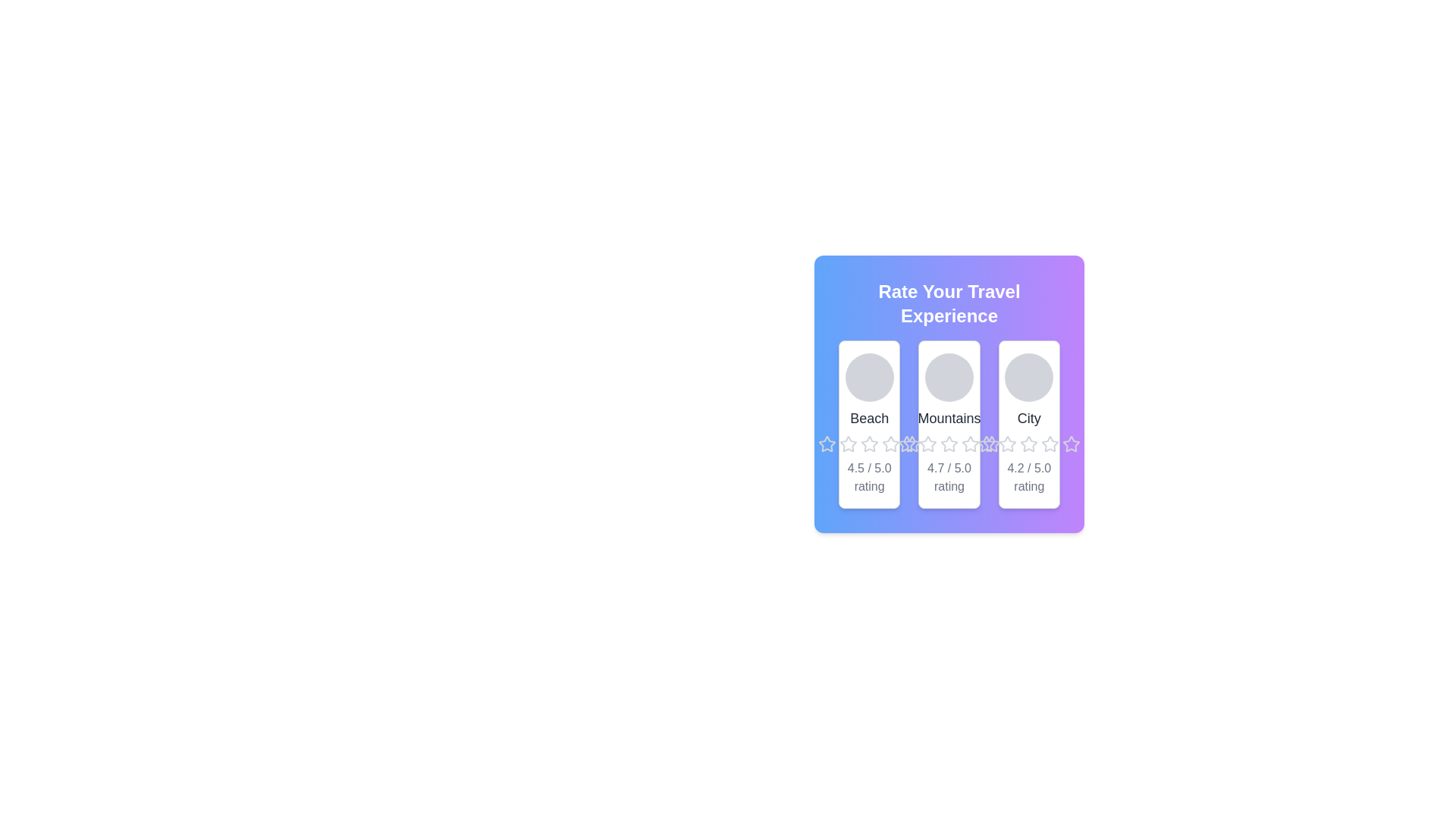 This screenshot has height=819, width=1456. Describe the element at coordinates (949, 424) in the screenshot. I see `the middle card component presenting grouped information, which features a rounded profile image placeholder, the word 'Mountains' in bold text, and a rating of '4.7 / 5.0 rating.'` at that location.